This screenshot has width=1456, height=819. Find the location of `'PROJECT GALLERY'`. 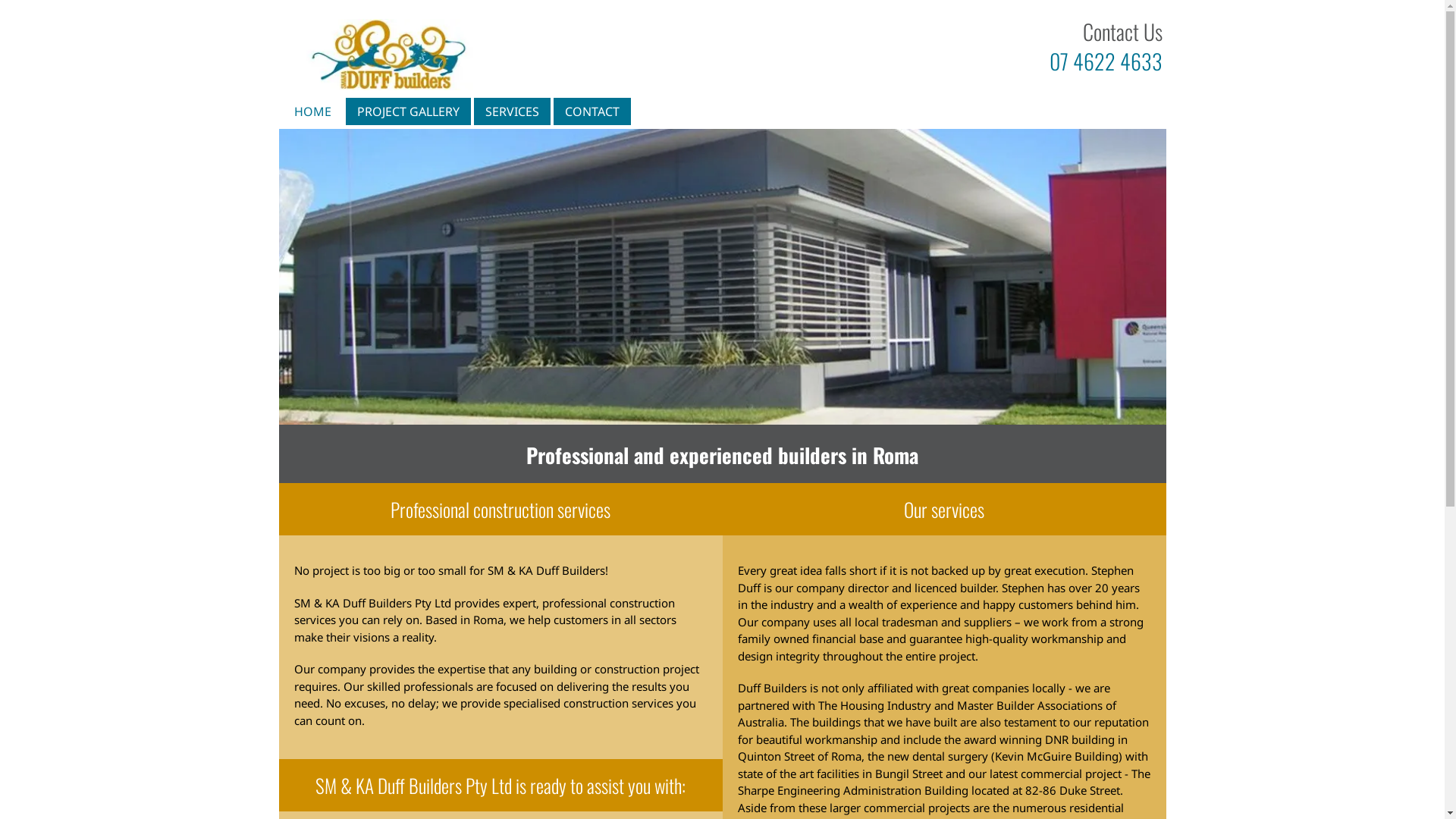

'PROJECT GALLERY' is located at coordinates (407, 110).